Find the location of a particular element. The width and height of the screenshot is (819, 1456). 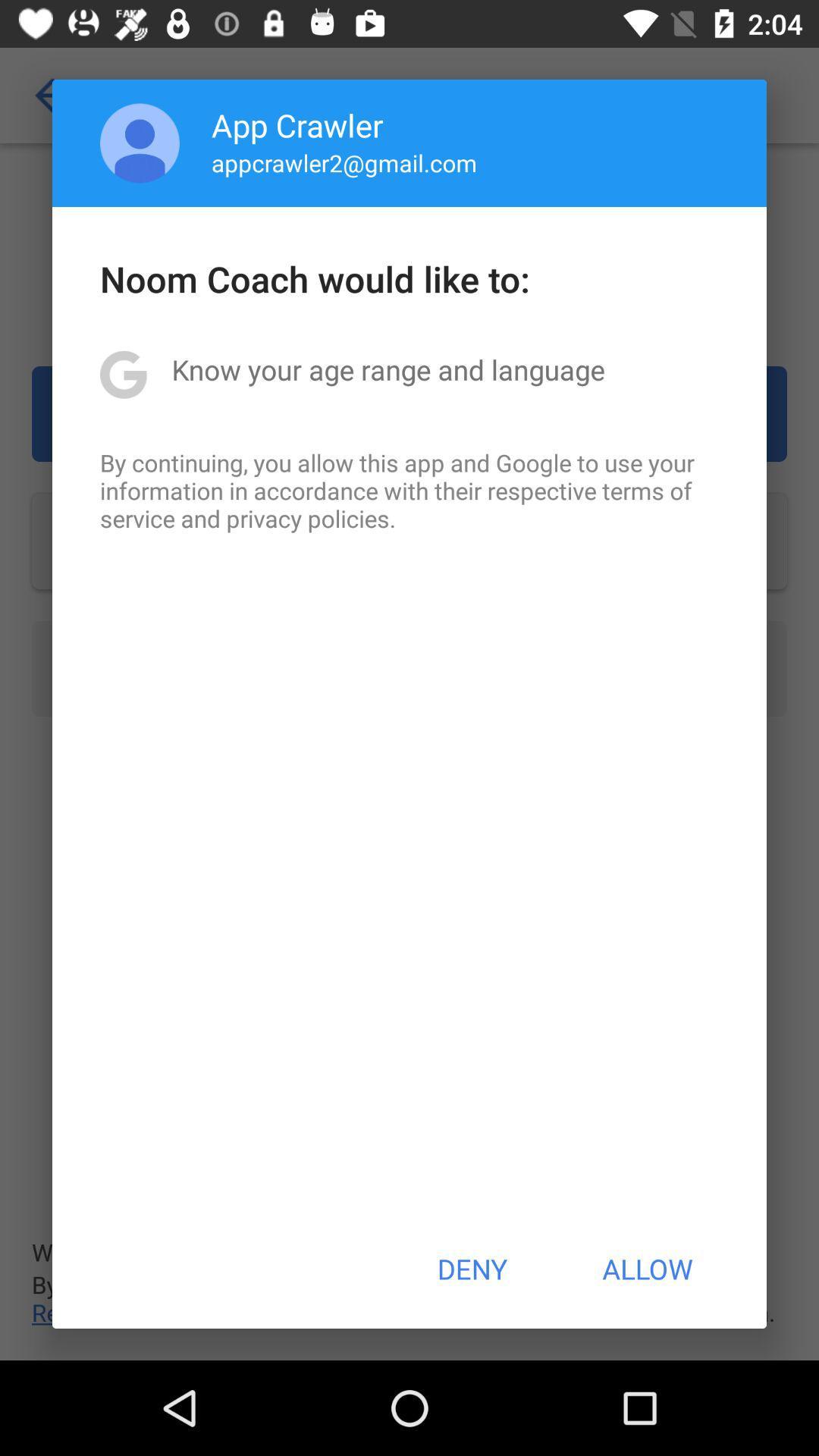

the app above the noom coach would app is located at coordinates (140, 143).